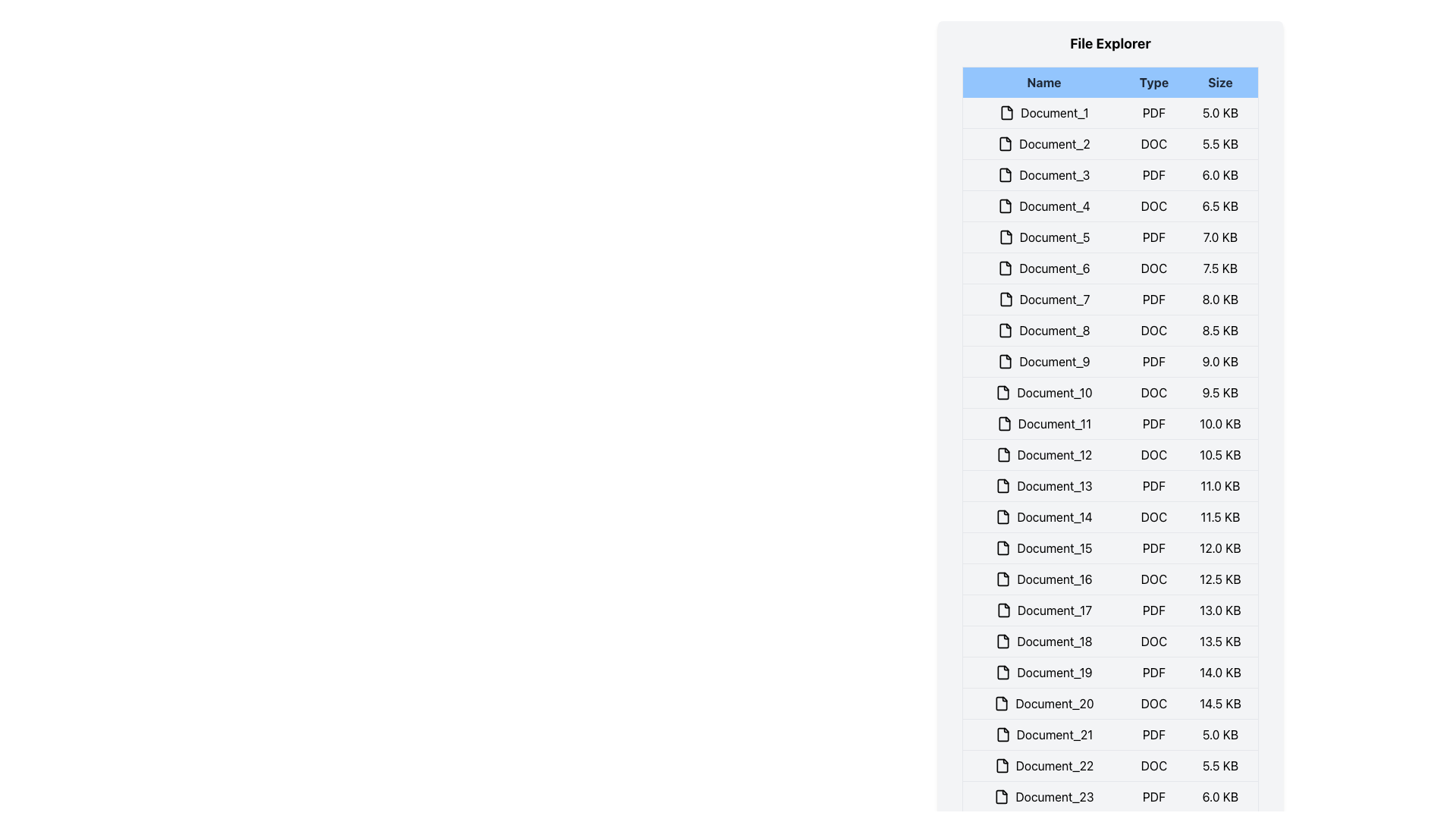  What do you see at coordinates (1003, 672) in the screenshot?
I see `the file icon representing 'Document_19', which is a rectangular shape with a bent upper corner, located in the file explorer list` at bounding box center [1003, 672].